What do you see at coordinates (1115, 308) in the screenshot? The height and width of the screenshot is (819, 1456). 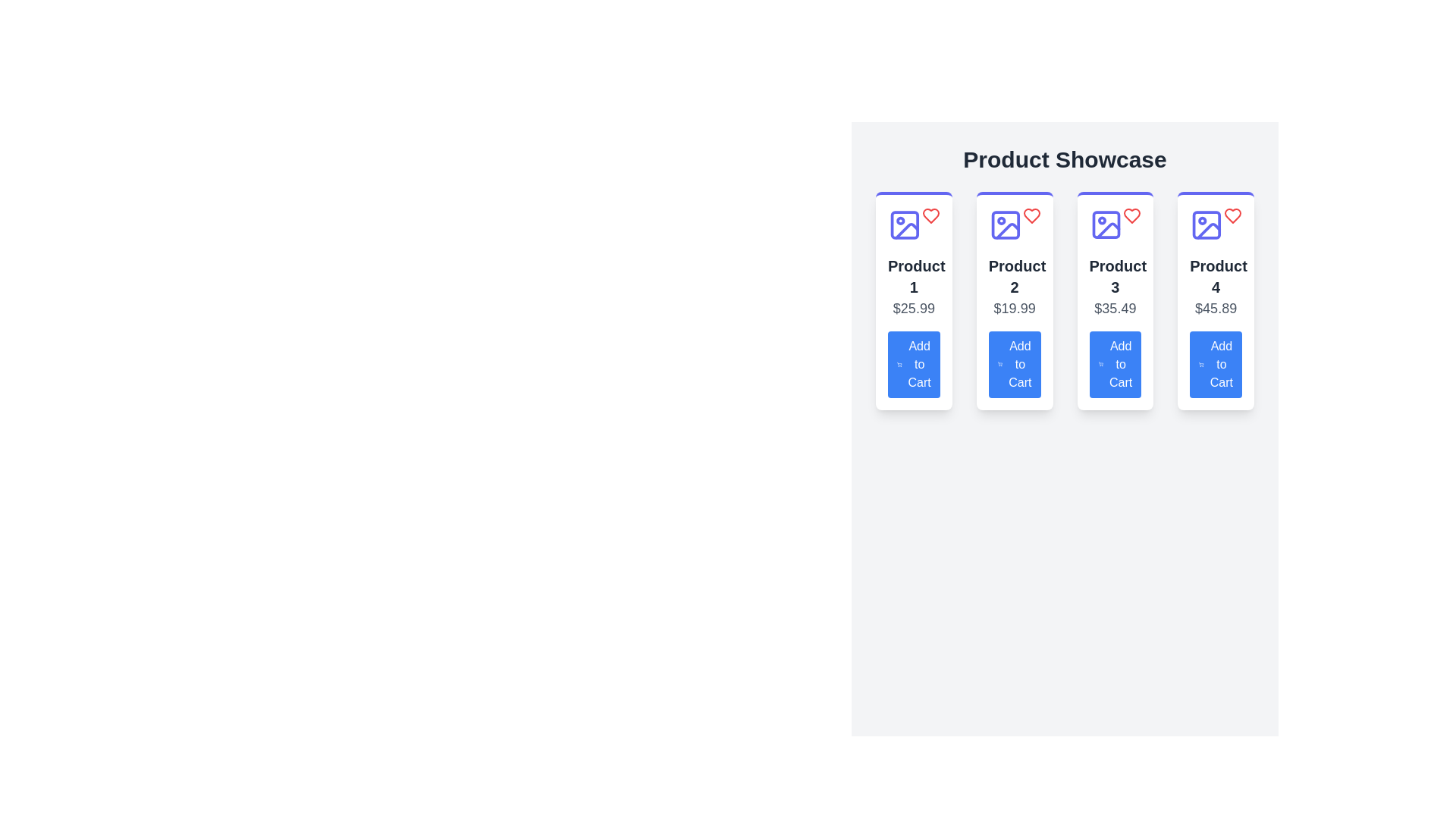 I see `the price text element located in the third product card, which is situated below the title 'Product 3' and above the 'Add to Cart' button` at bounding box center [1115, 308].